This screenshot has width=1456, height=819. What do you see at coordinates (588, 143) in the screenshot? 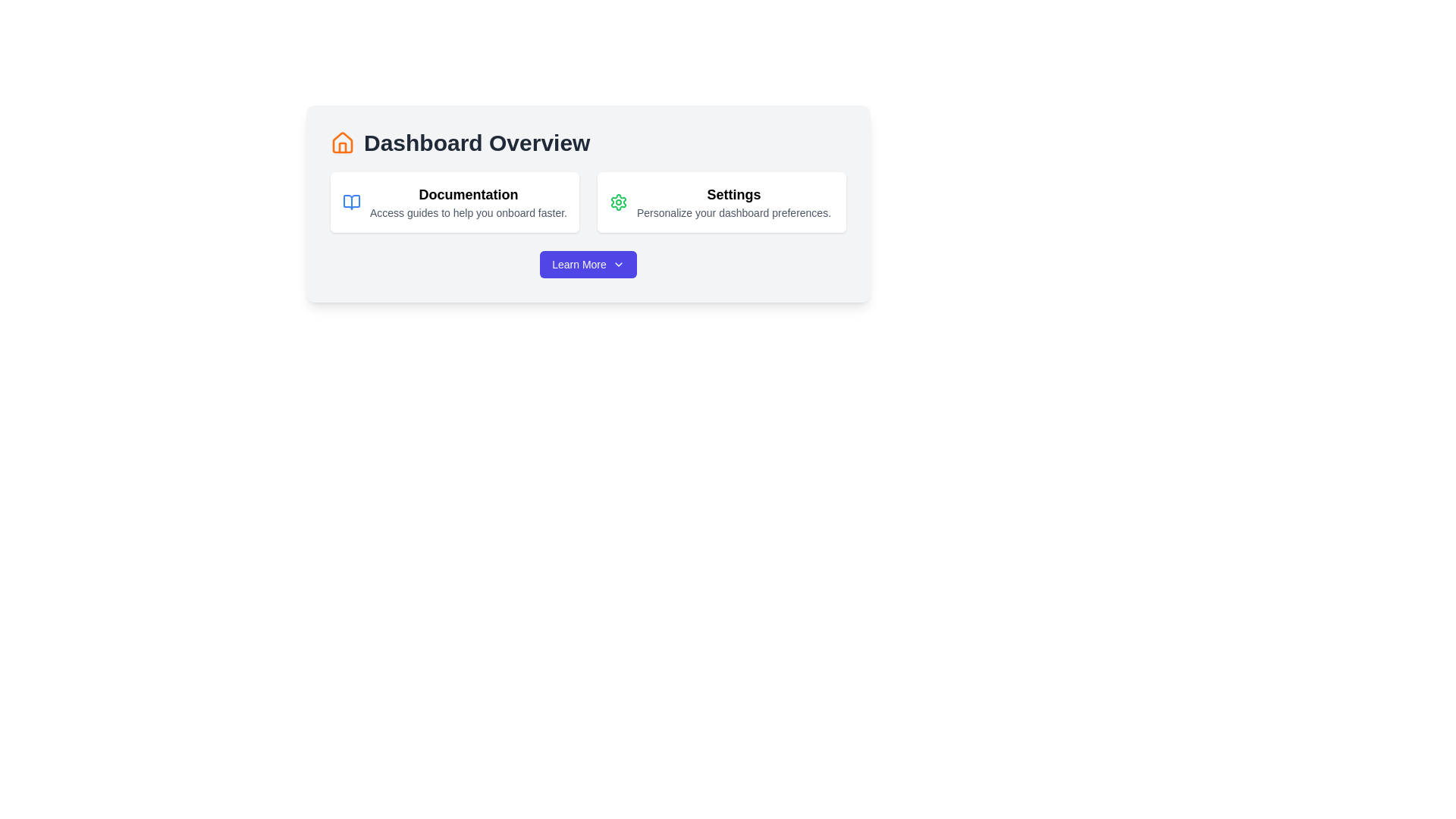
I see `the Header with Icon that indicates the overview of the dashboard, which is centrally located within a light gray box above the Documentation and Settings content boxes` at bounding box center [588, 143].